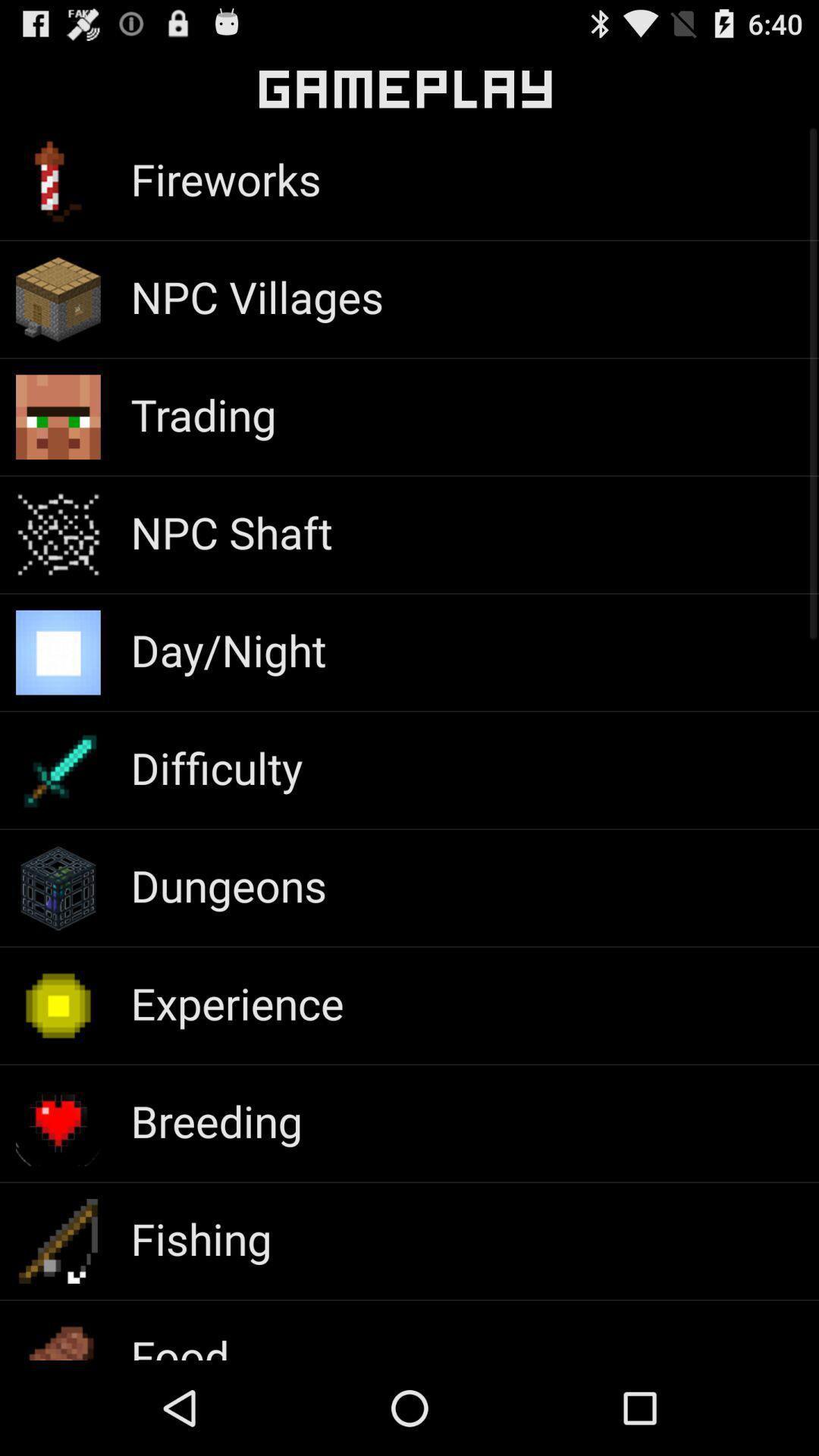 The height and width of the screenshot is (1456, 819). What do you see at coordinates (226, 178) in the screenshot?
I see `the app below gameplay icon` at bounding box center [226, 178].